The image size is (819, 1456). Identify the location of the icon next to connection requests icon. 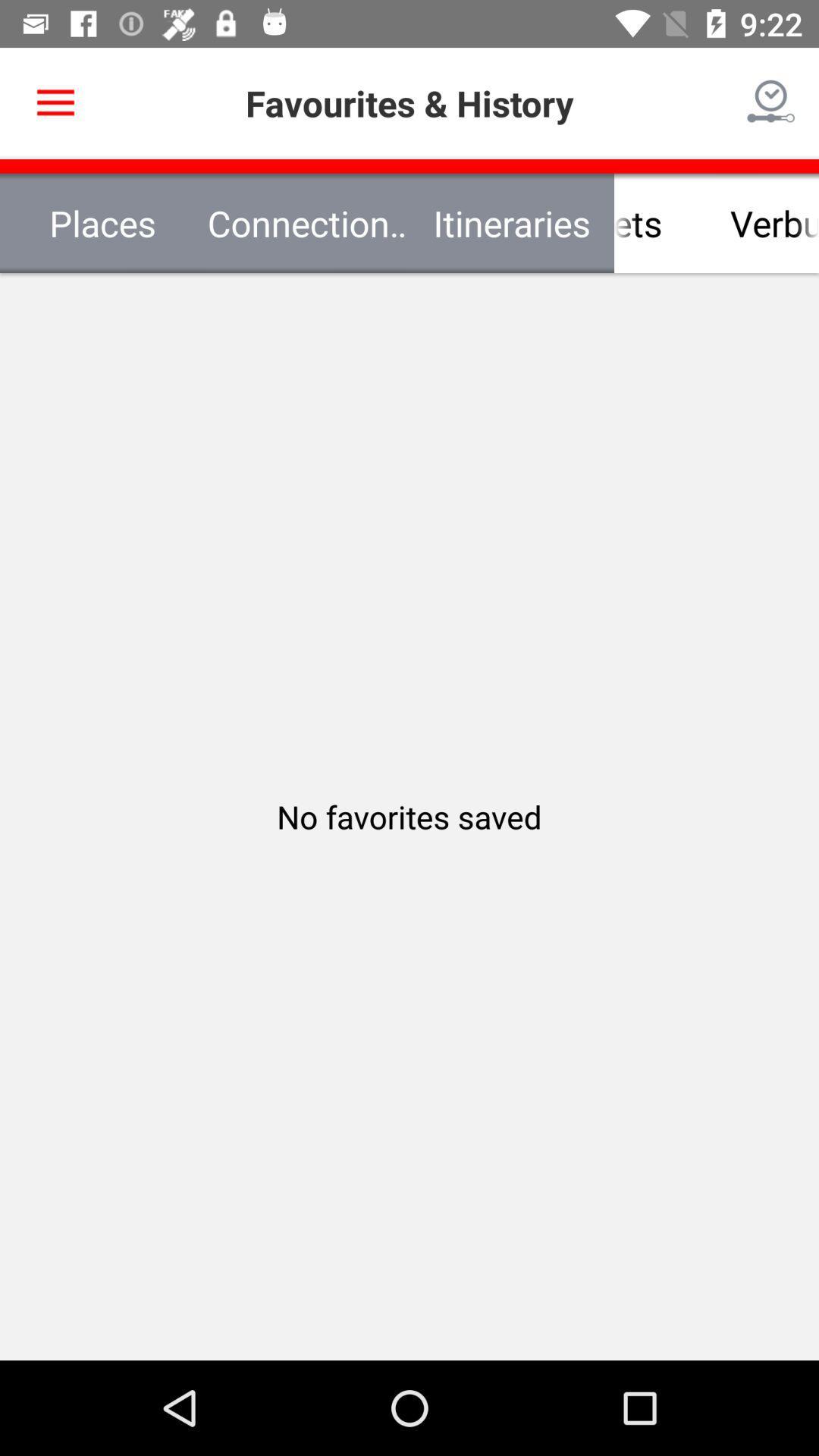
(55, 102).